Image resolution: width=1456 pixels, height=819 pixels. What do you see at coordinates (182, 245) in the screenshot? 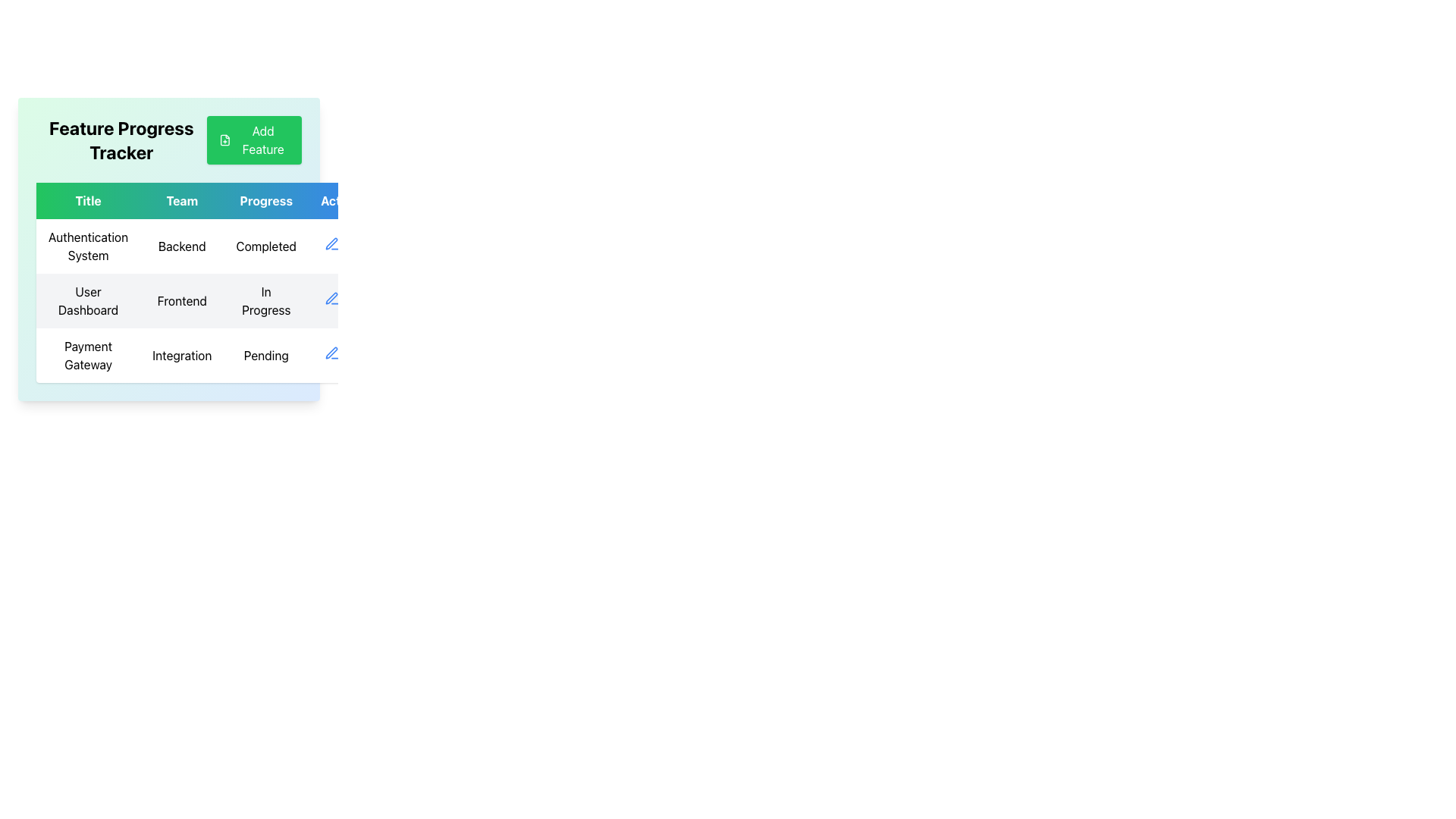
I see `the text label indicating the team responsible for the 'Authentication System' feature, located in the second cell of the first row of the table` at bounding box center [182, 245].